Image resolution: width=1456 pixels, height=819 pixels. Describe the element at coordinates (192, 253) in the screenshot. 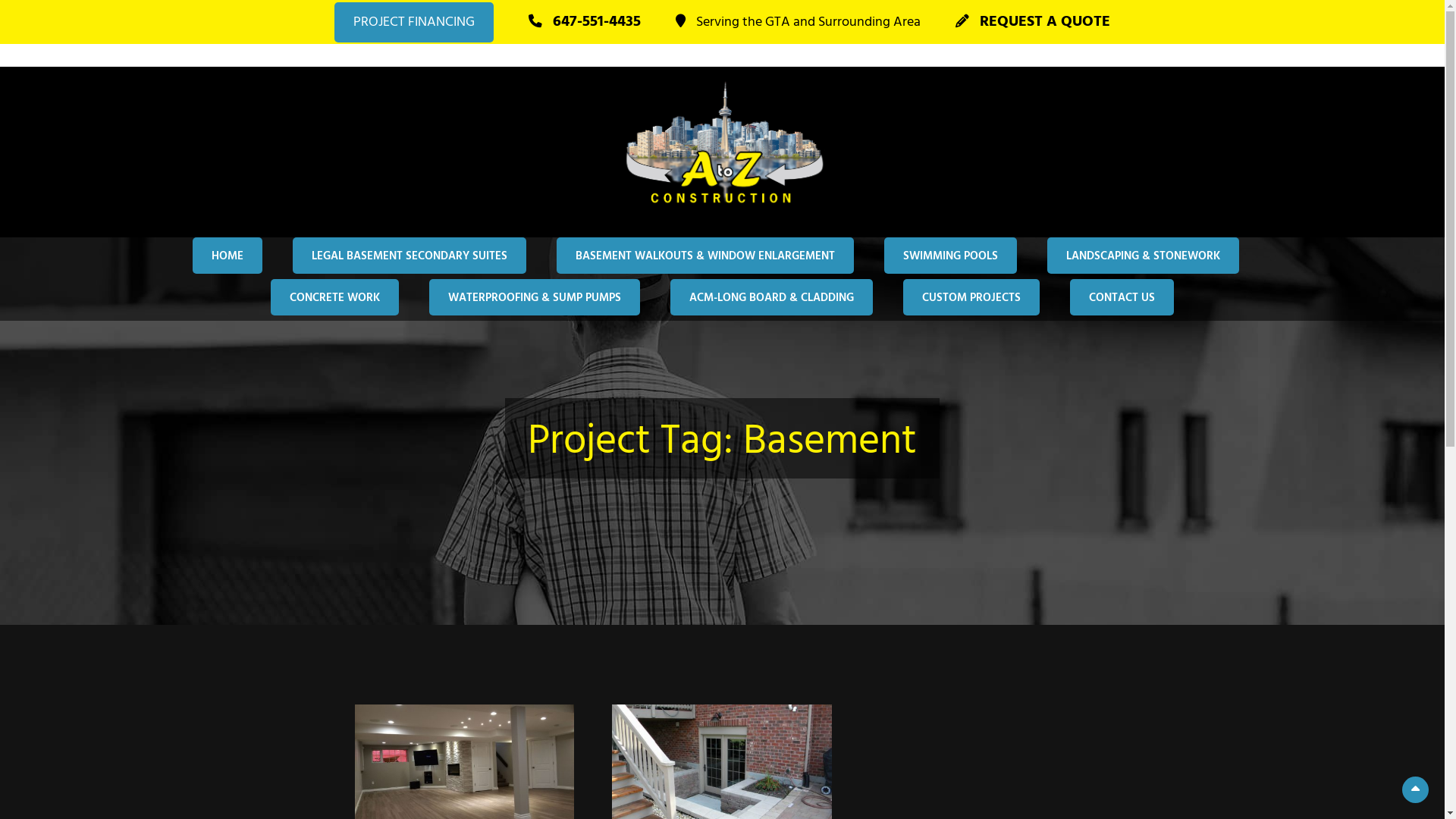

I see `'HOME'` at that location.